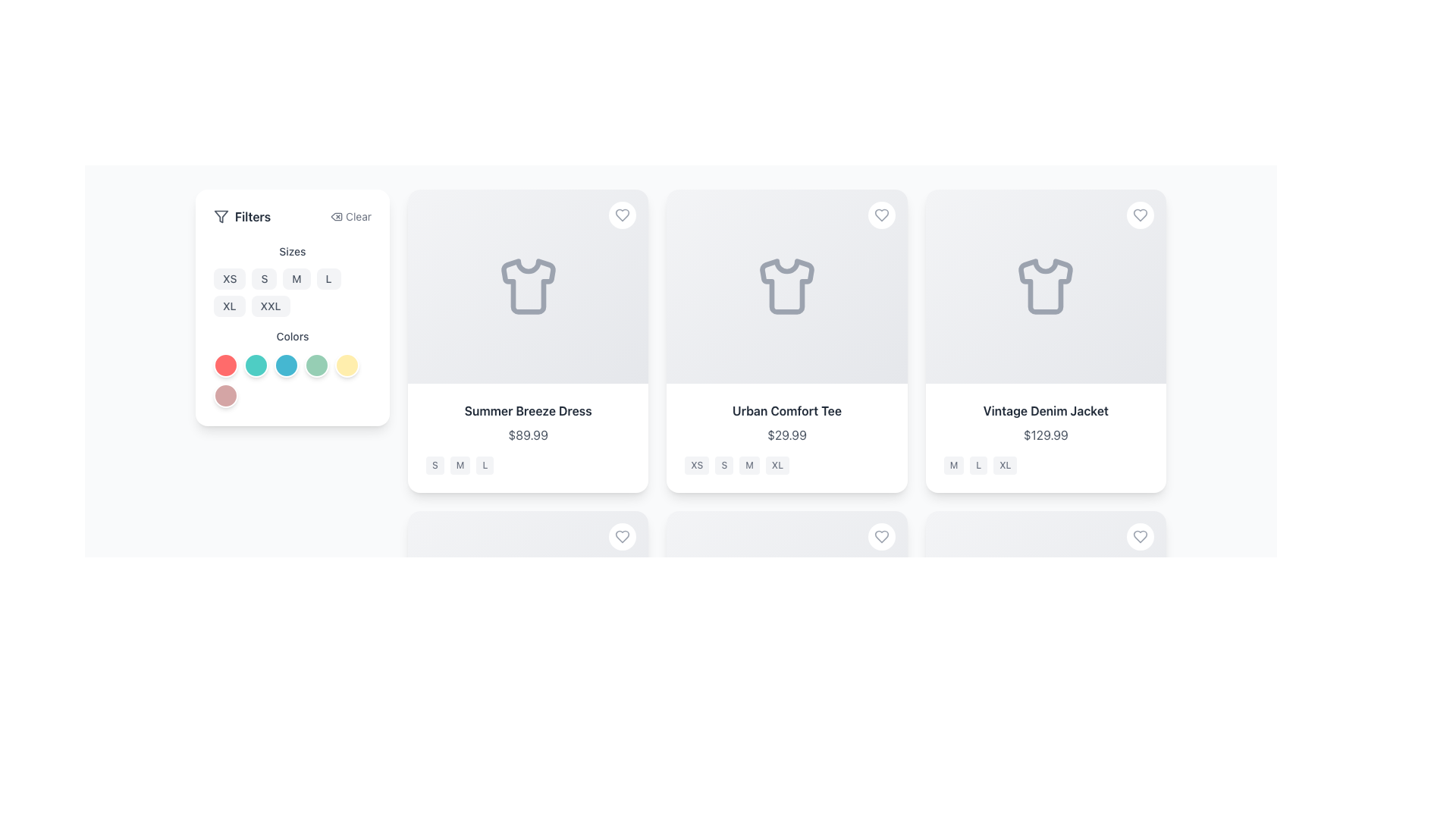 Image resolution: width=1456 pixels, height=819 pixels. Describe the element at coordinates (786, 411) in the screenshot. I see `the text label reading 'Urban Comfort Tee', which is styled in bold gray font and located above the price '$29.99' on the product card` at that location.